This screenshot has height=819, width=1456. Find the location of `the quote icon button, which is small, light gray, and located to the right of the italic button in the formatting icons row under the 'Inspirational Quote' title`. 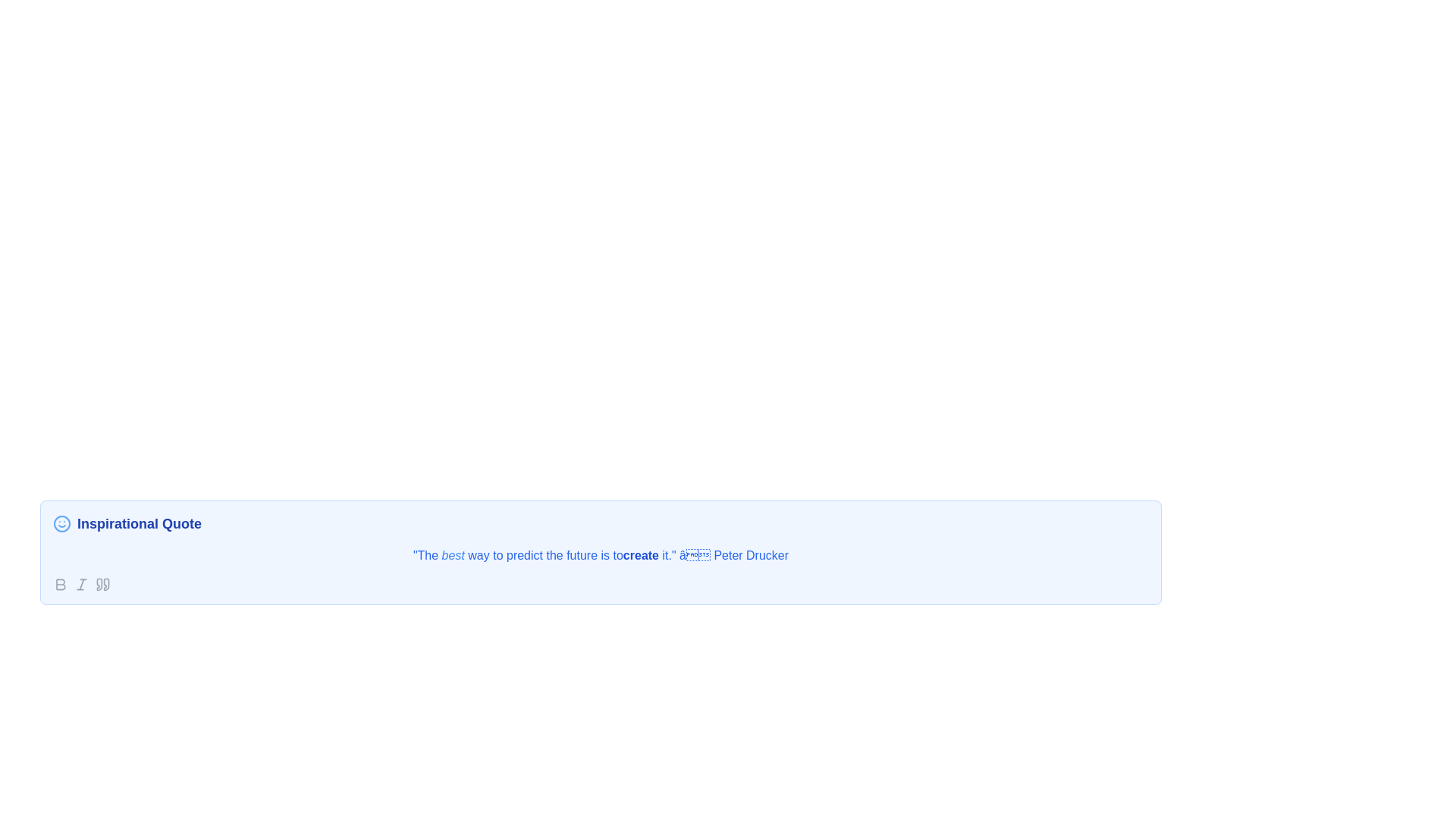

the quote icon button, which is small, light gray, and located to the right of the italic button in the formatting icons row under the 'Inspirational Quote' title is located at coordinates (102, 584).